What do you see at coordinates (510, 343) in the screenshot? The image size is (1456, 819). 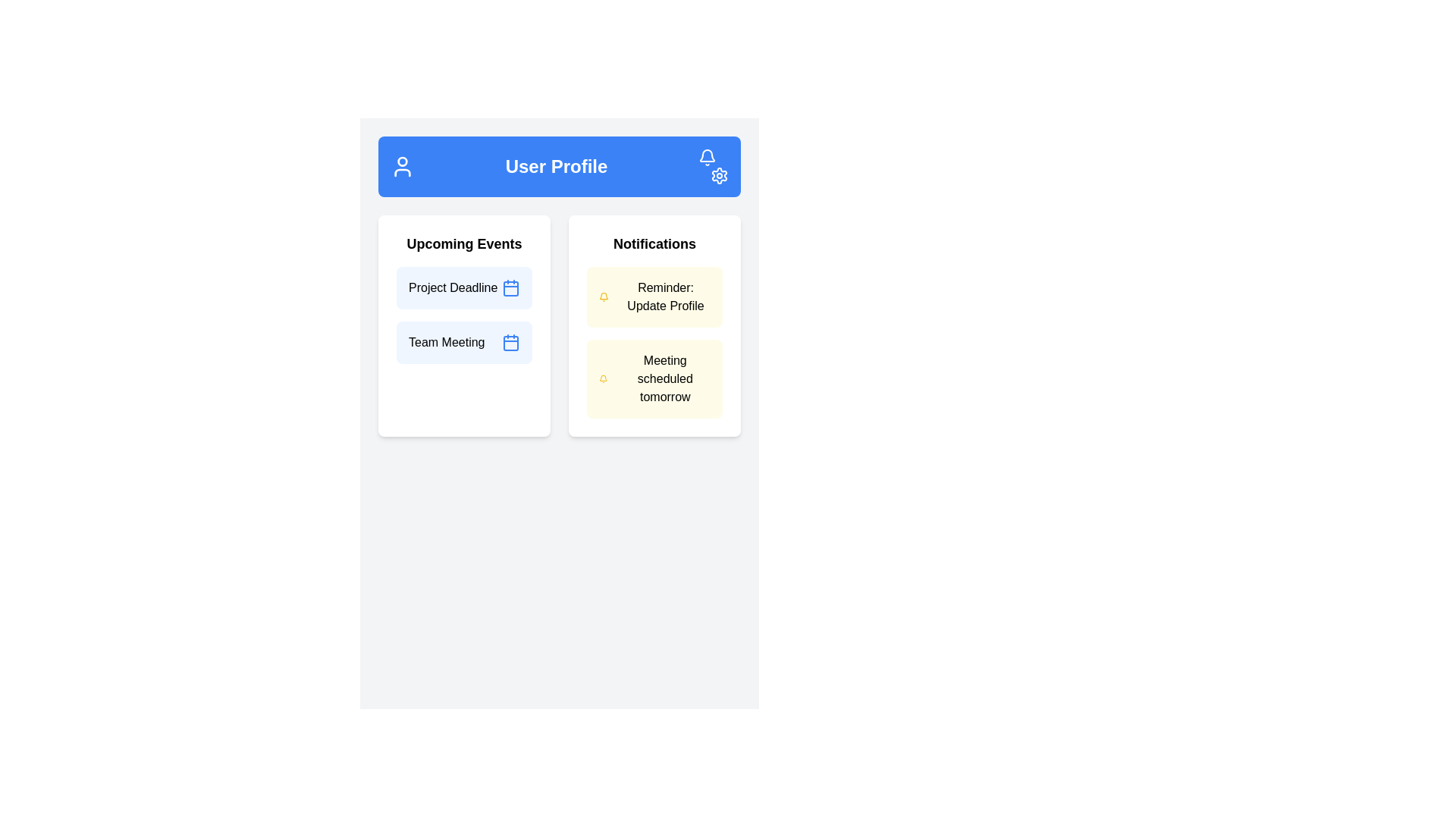 I see `the calendar icon located in the bottom-right part of the page, next to the 'Team Meeting' label under 'Upcoming Events'` at bounding box center [510, 343].